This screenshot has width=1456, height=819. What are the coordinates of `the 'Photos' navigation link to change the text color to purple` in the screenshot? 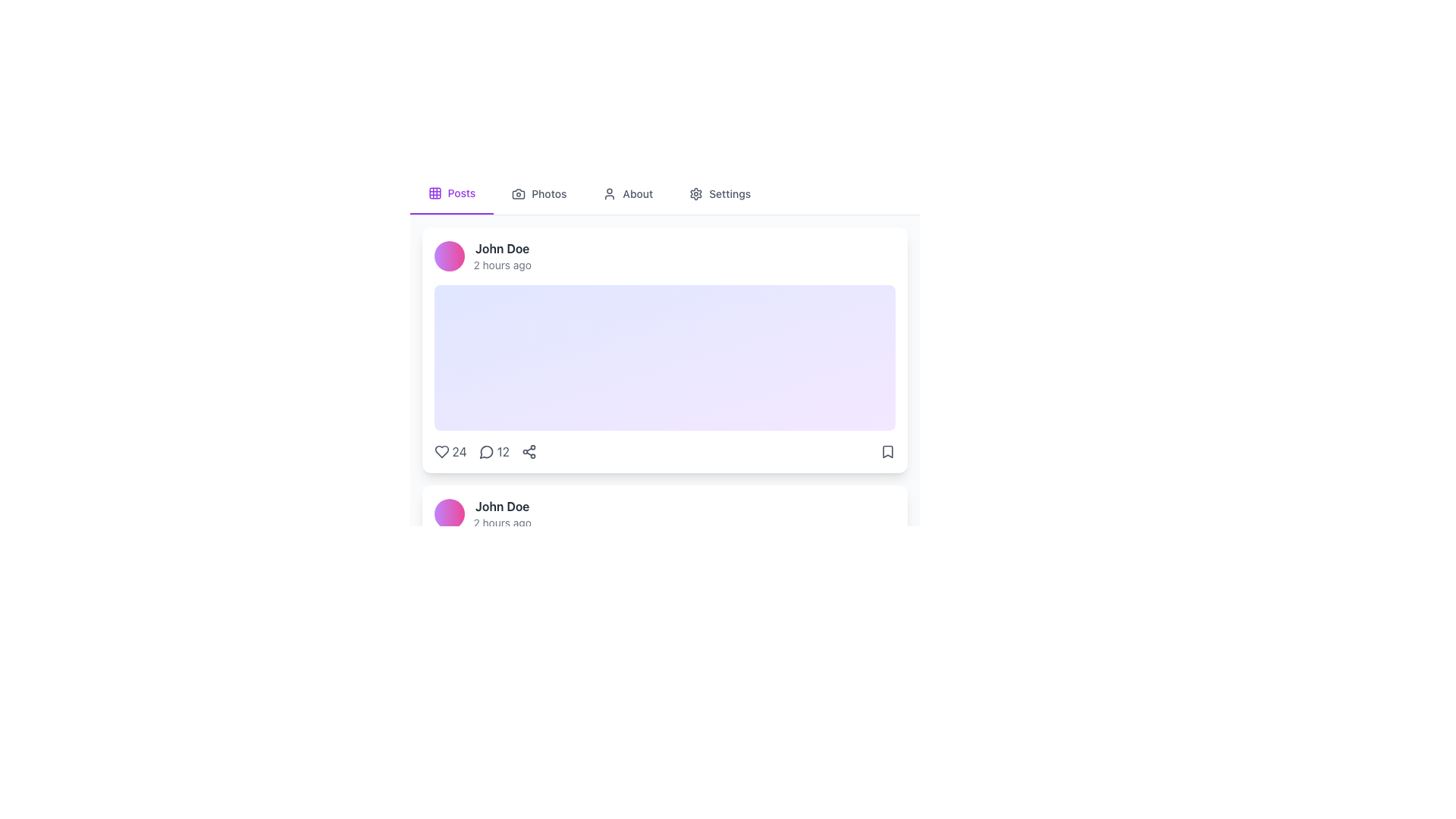 It's located at (539, 193).